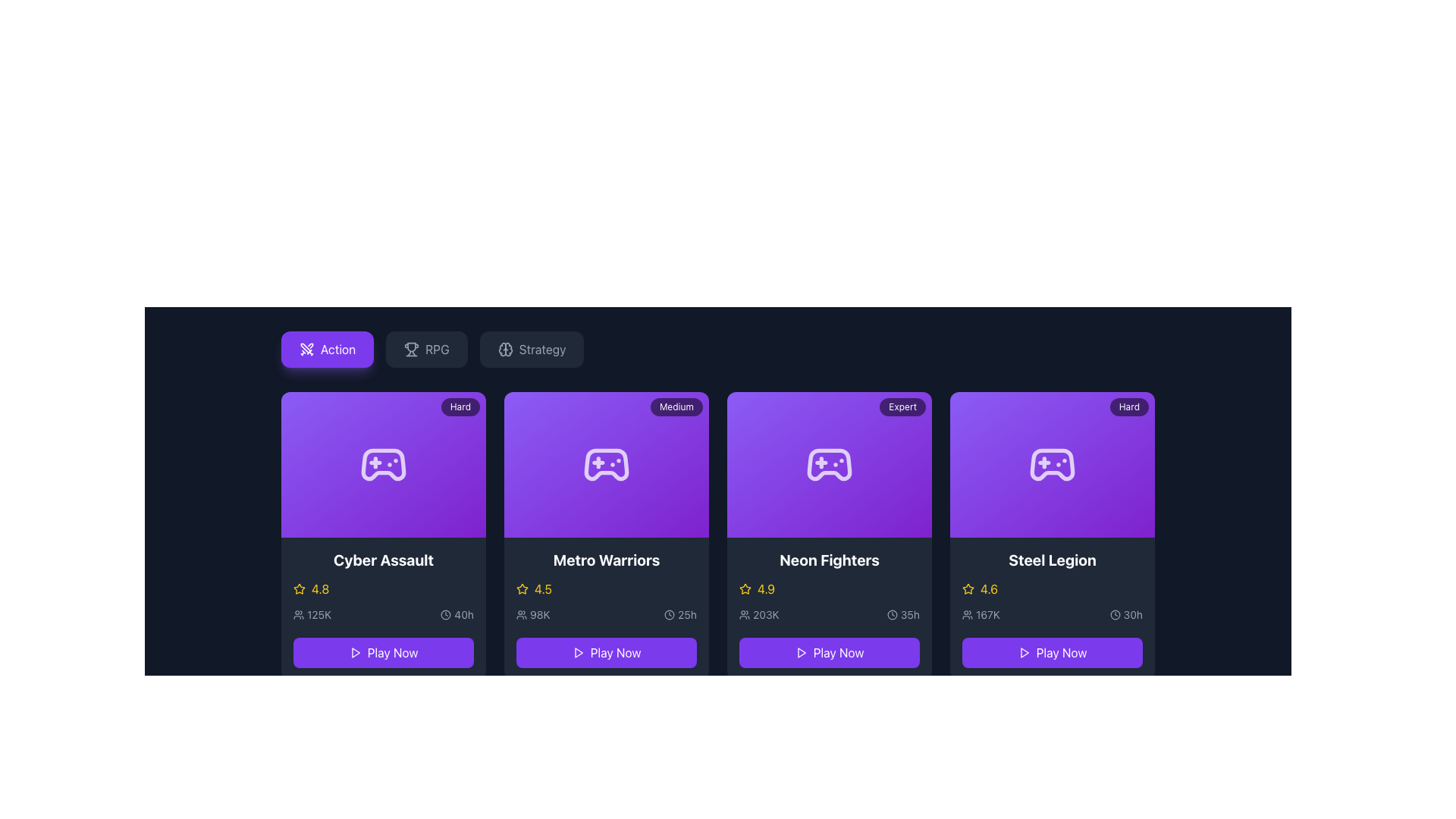 The image size is (1456, 819). Describe the element at coordinates (607, 651) in the screenshot. I see `the 'Metro Warriors' button using the keyboard tab key` at that location.